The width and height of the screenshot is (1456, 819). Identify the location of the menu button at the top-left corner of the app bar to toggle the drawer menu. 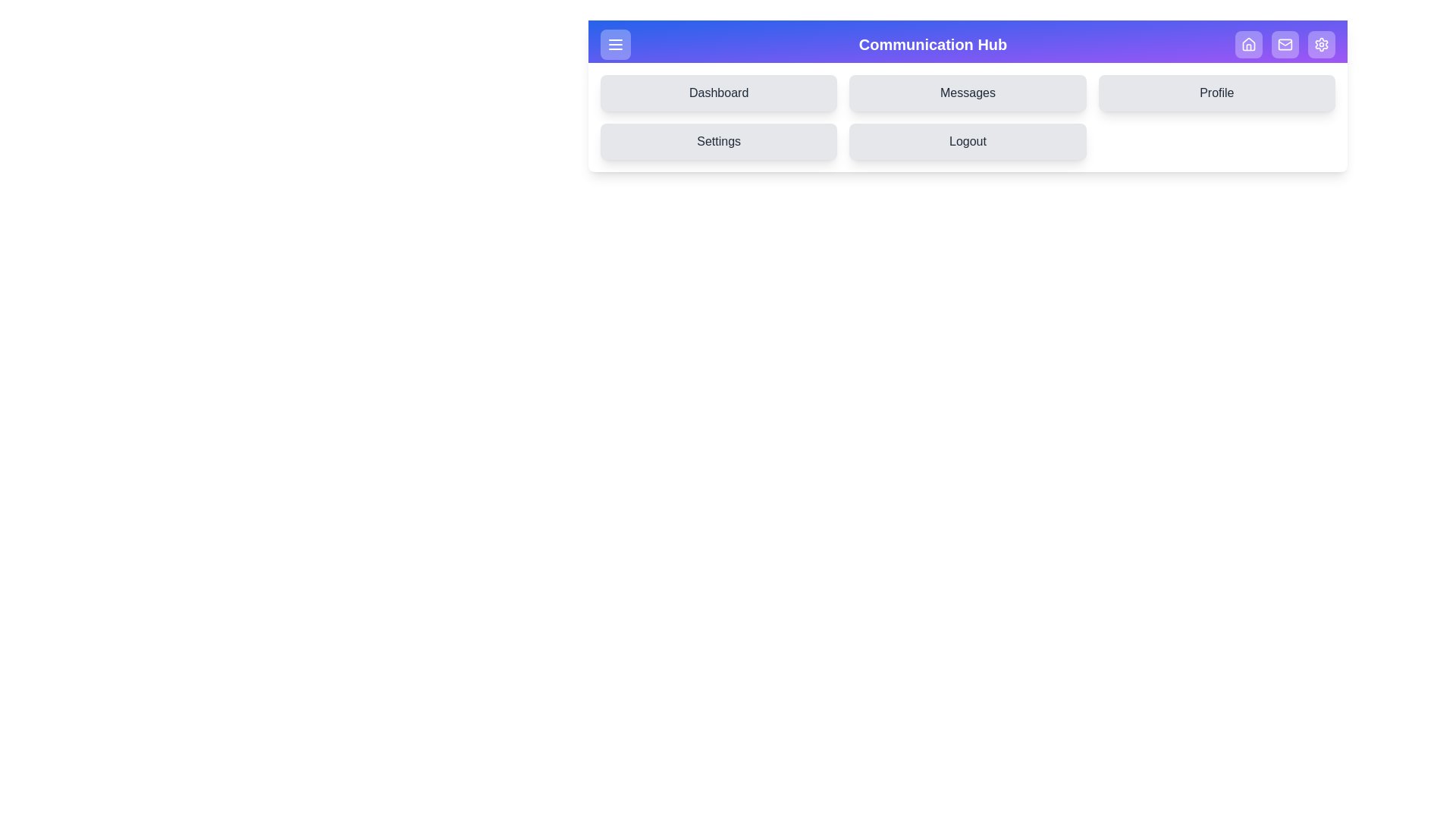
(615, 43).